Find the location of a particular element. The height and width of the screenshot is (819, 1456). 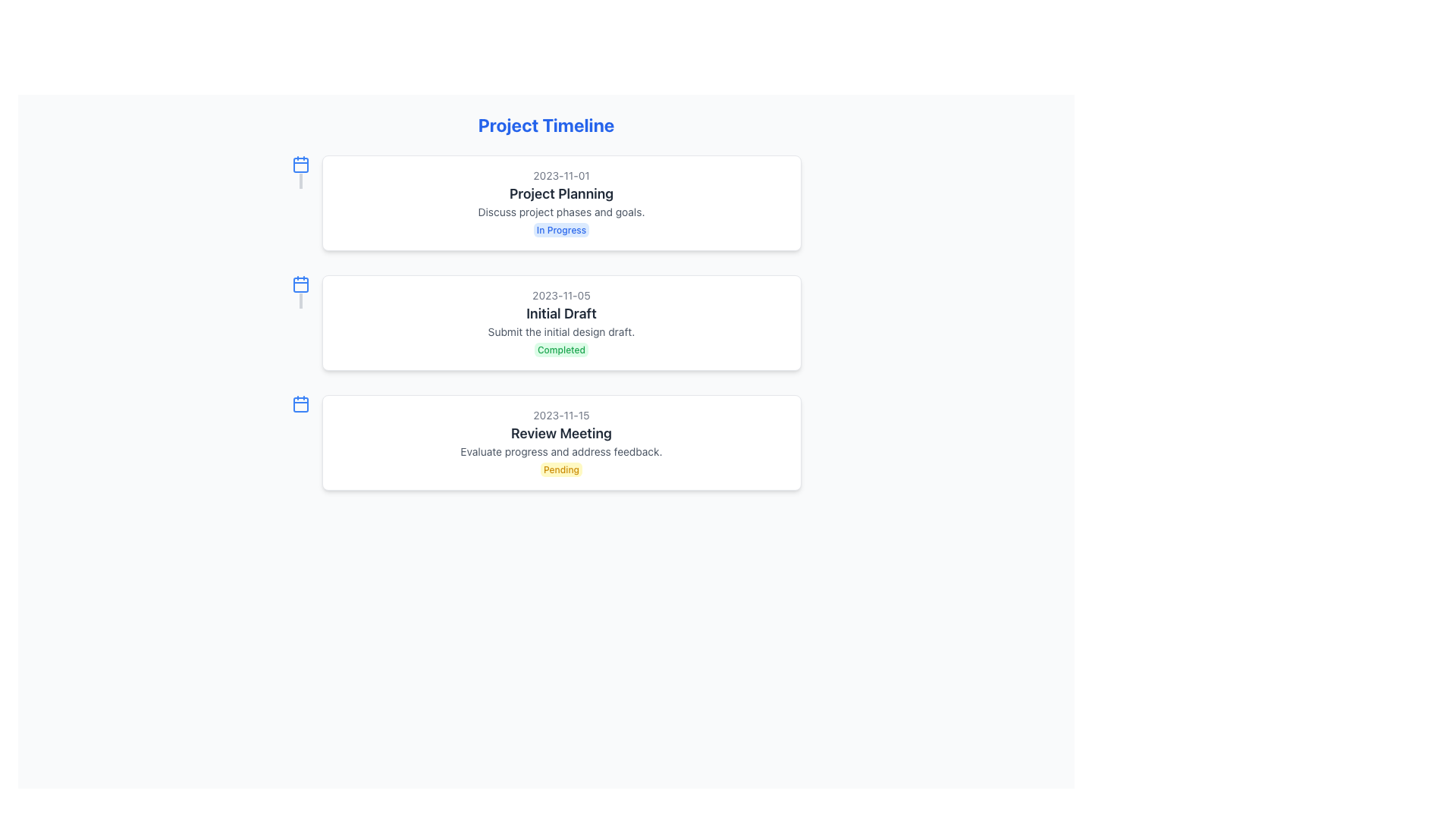

the static text element displaying 'Project Planning', which is a prominent heading in a white card layout, centrally aligned and positioned beneath the date '2023-11-01' is located at coordinates (560, 193).